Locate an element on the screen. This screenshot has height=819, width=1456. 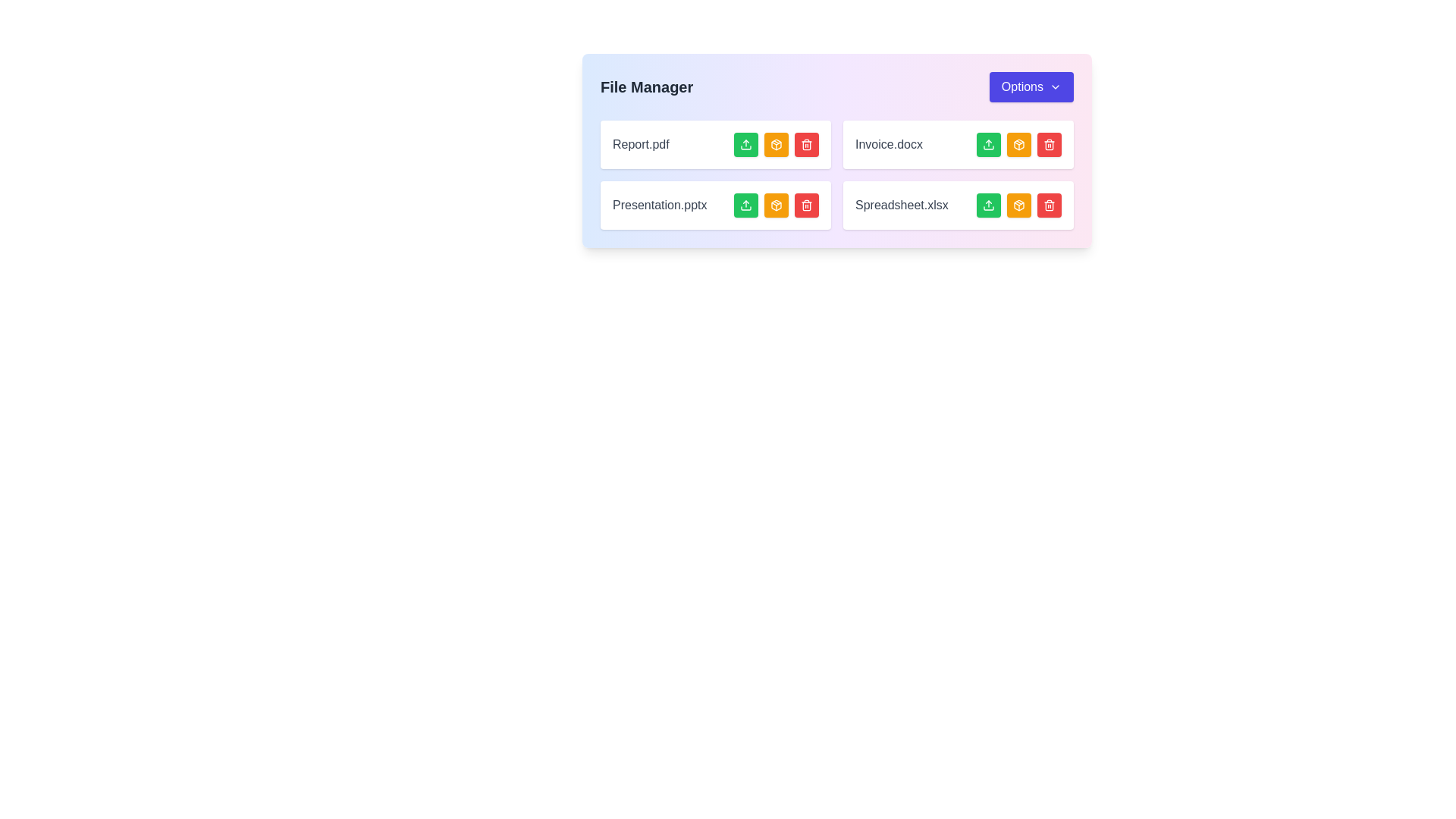
the archiving button located in the row for the file 'Report.pdf', which is the second button in a group of three is located at coordinates (776, 145).